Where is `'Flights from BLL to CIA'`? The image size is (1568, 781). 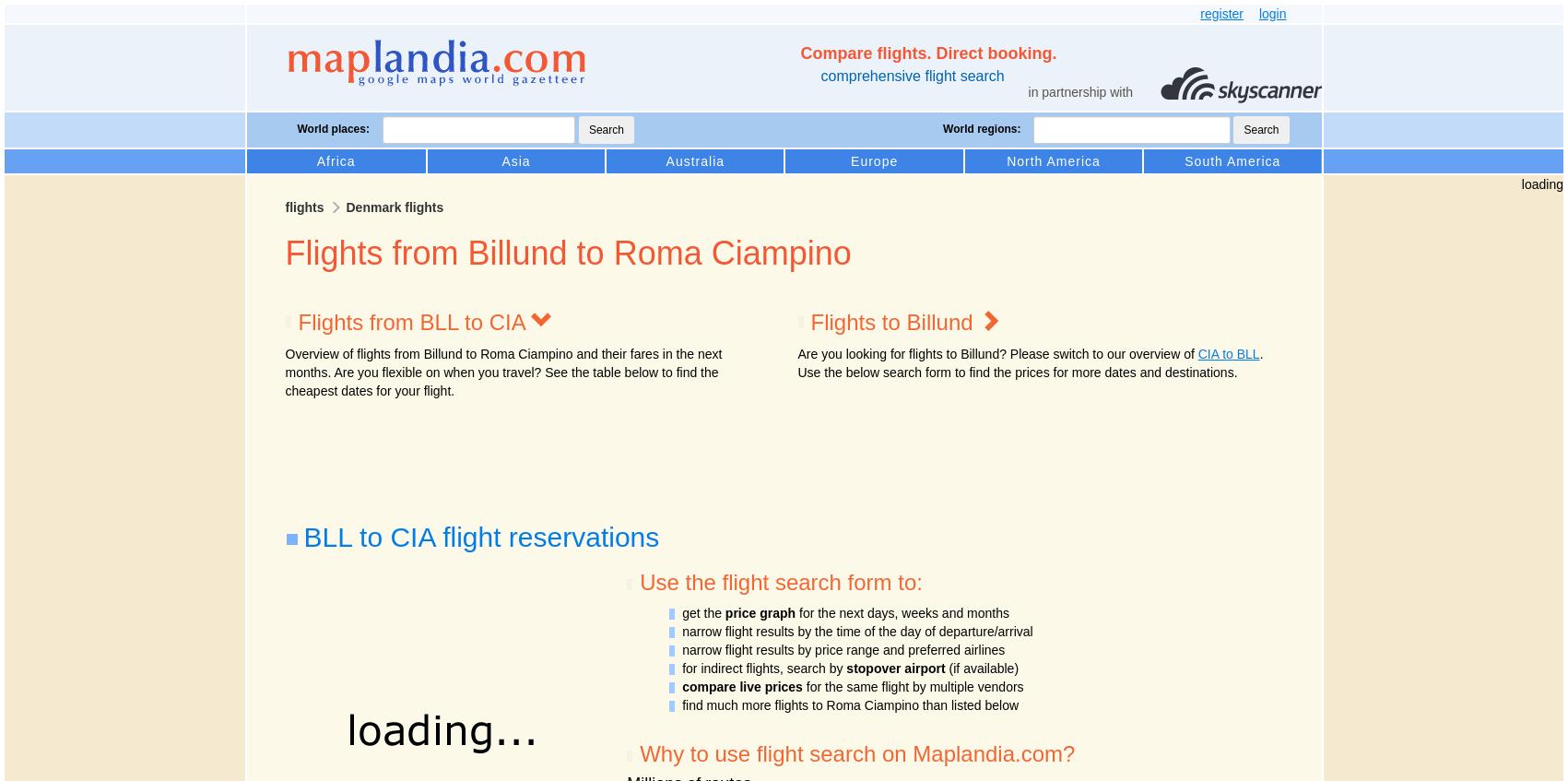 'Flights from BLL to CIA' is located at coordinates (413, 322).